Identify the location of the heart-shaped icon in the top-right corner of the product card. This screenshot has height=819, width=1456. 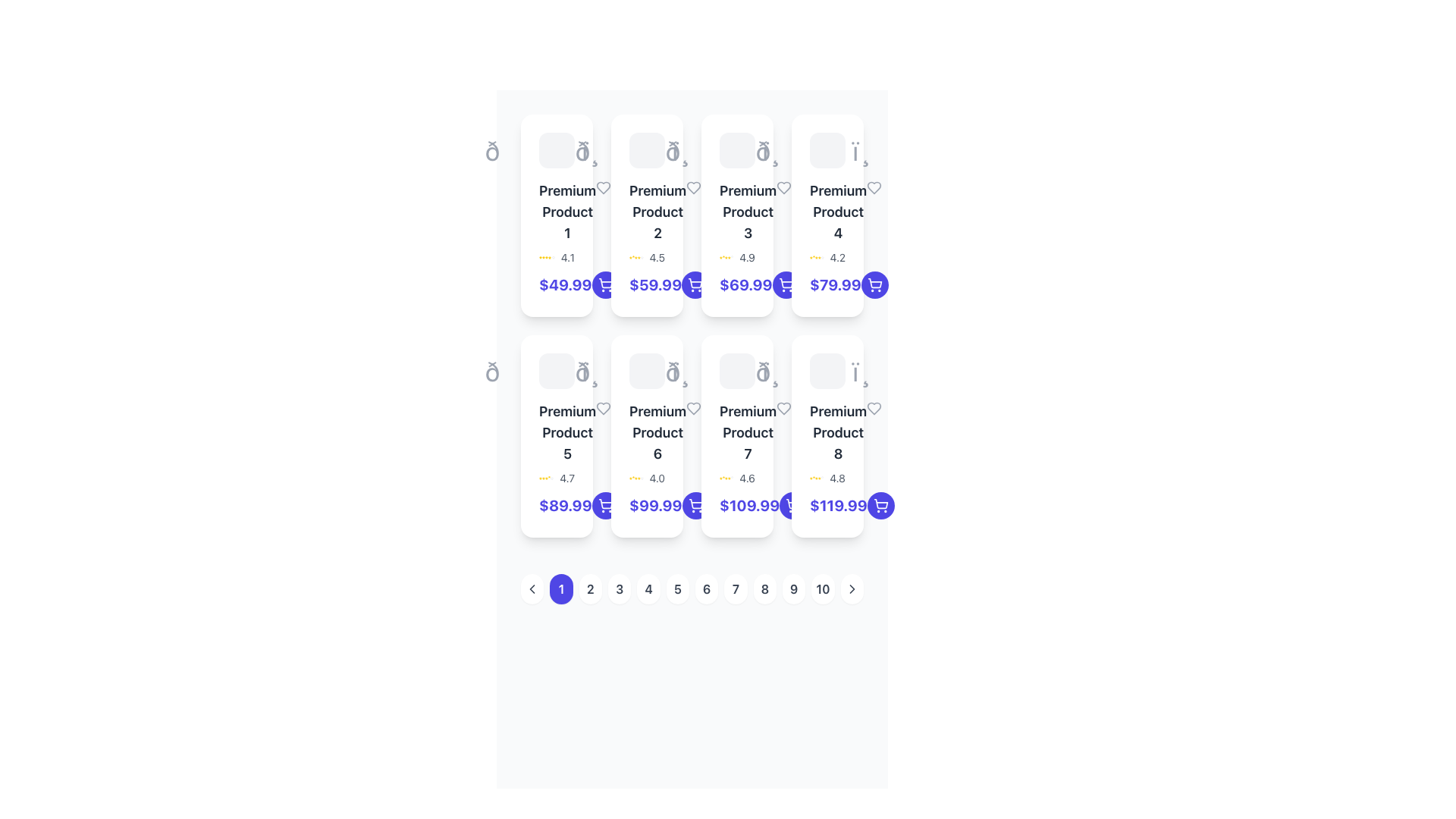
(603, 187).